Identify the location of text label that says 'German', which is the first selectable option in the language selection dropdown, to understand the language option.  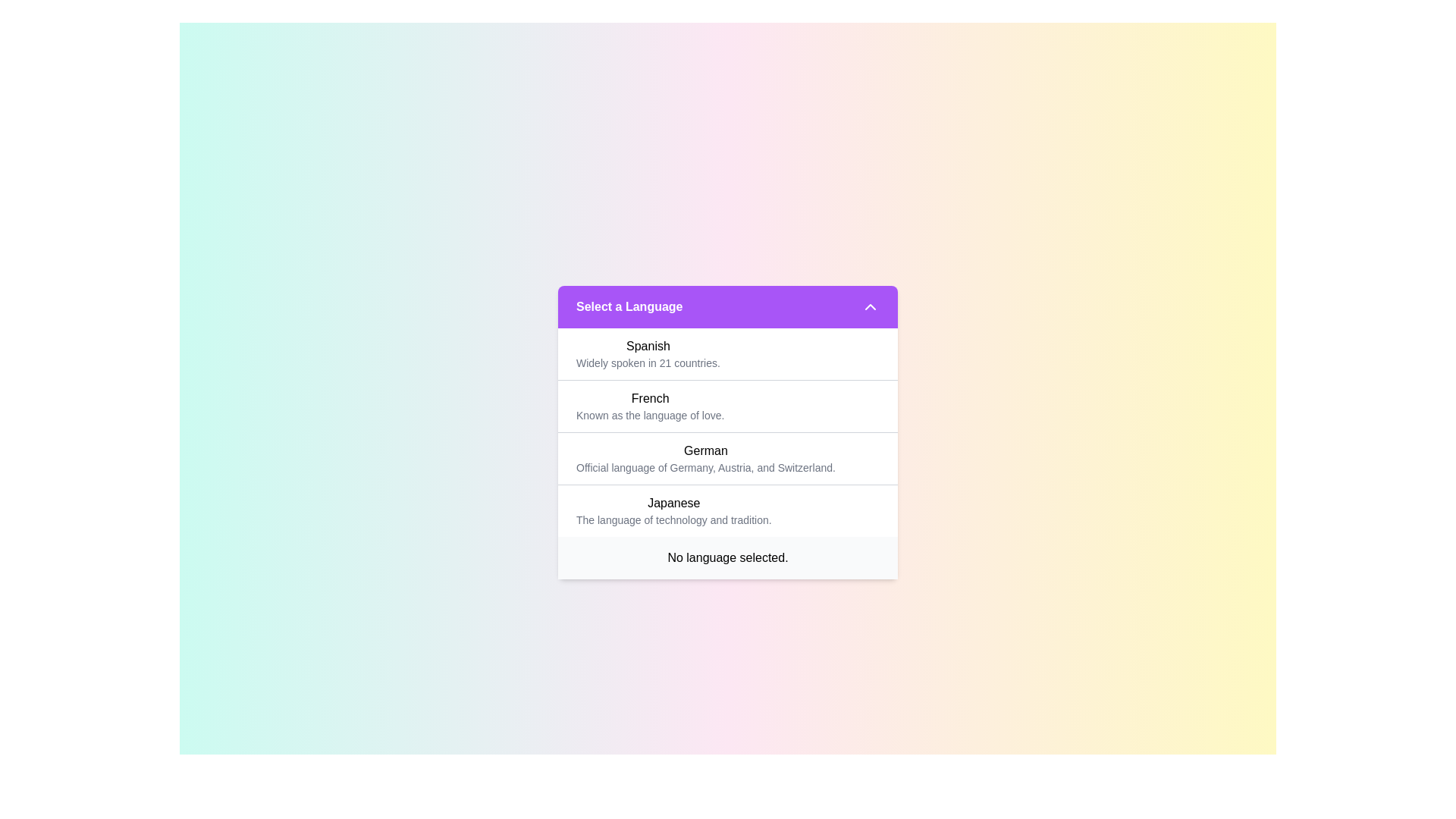
(705, 450).